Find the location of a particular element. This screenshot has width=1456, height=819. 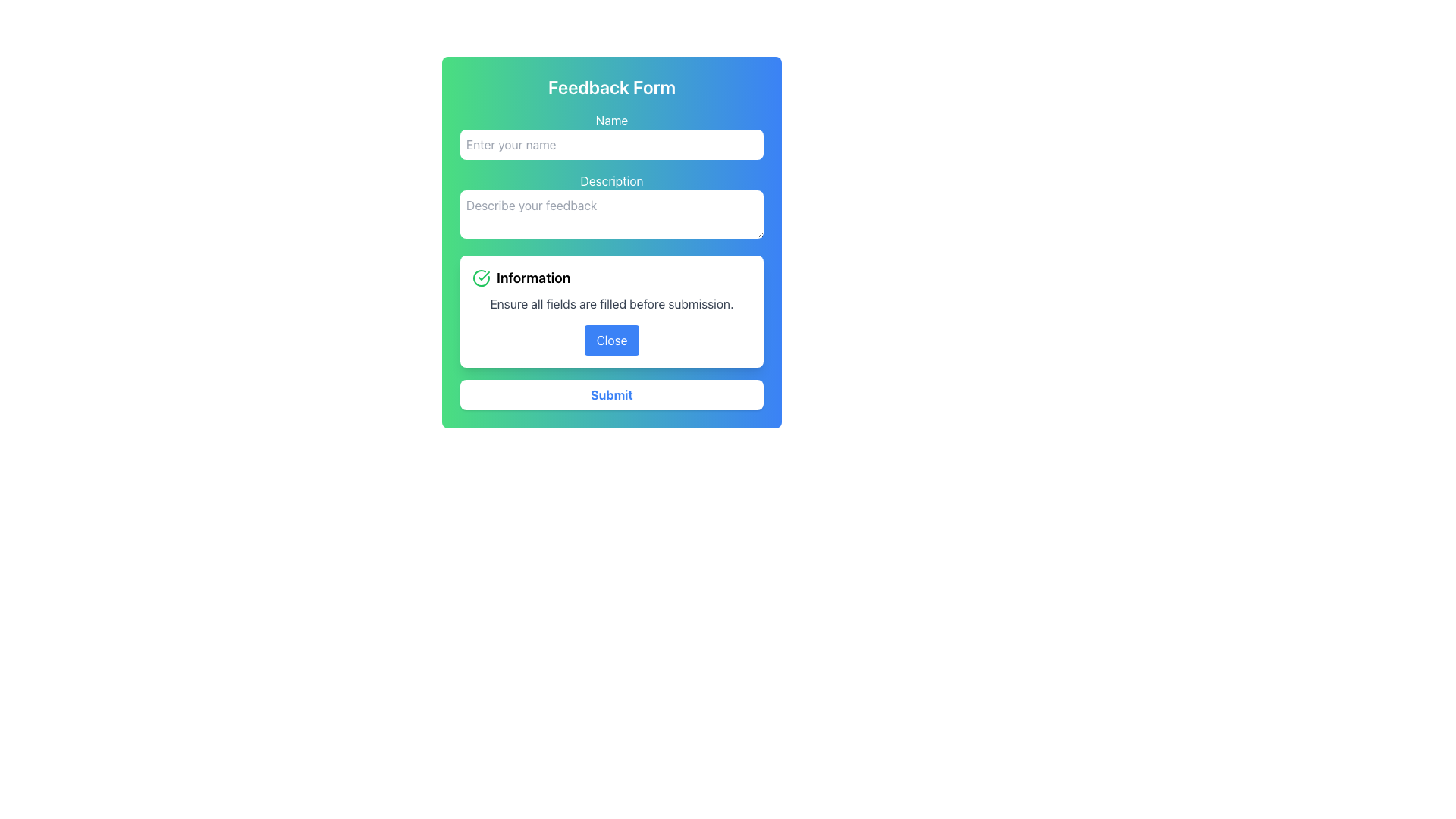

the text input field for the user's name in the 'Feedback Form' to focus on it is located at coordinates (611, 134).